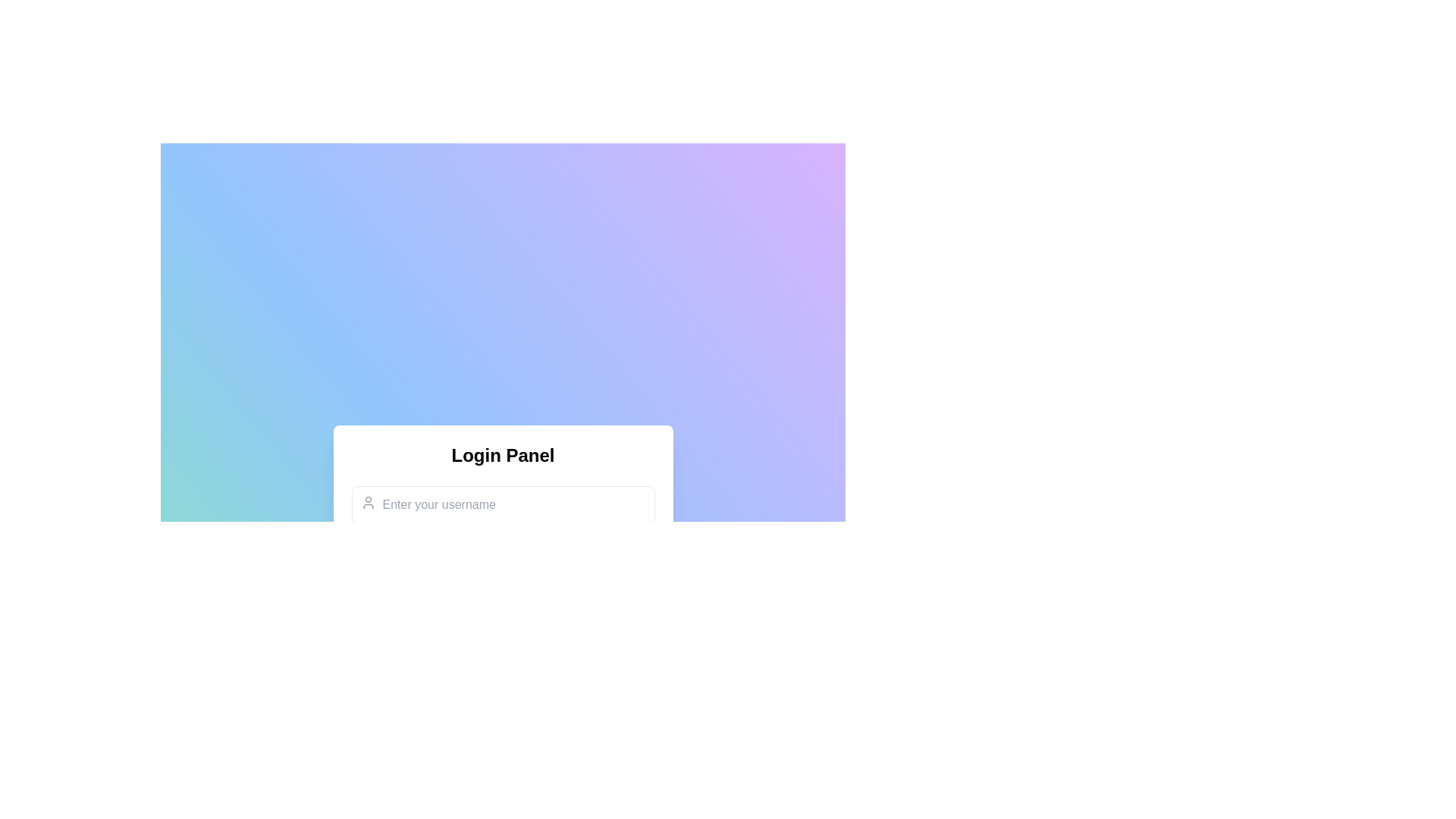 This screenshot has width=1456, height=819. I want to click on the SVG graphic within the rounded green button that serves as a success indicator, located below the 'Login Panel', so click(365, 598).